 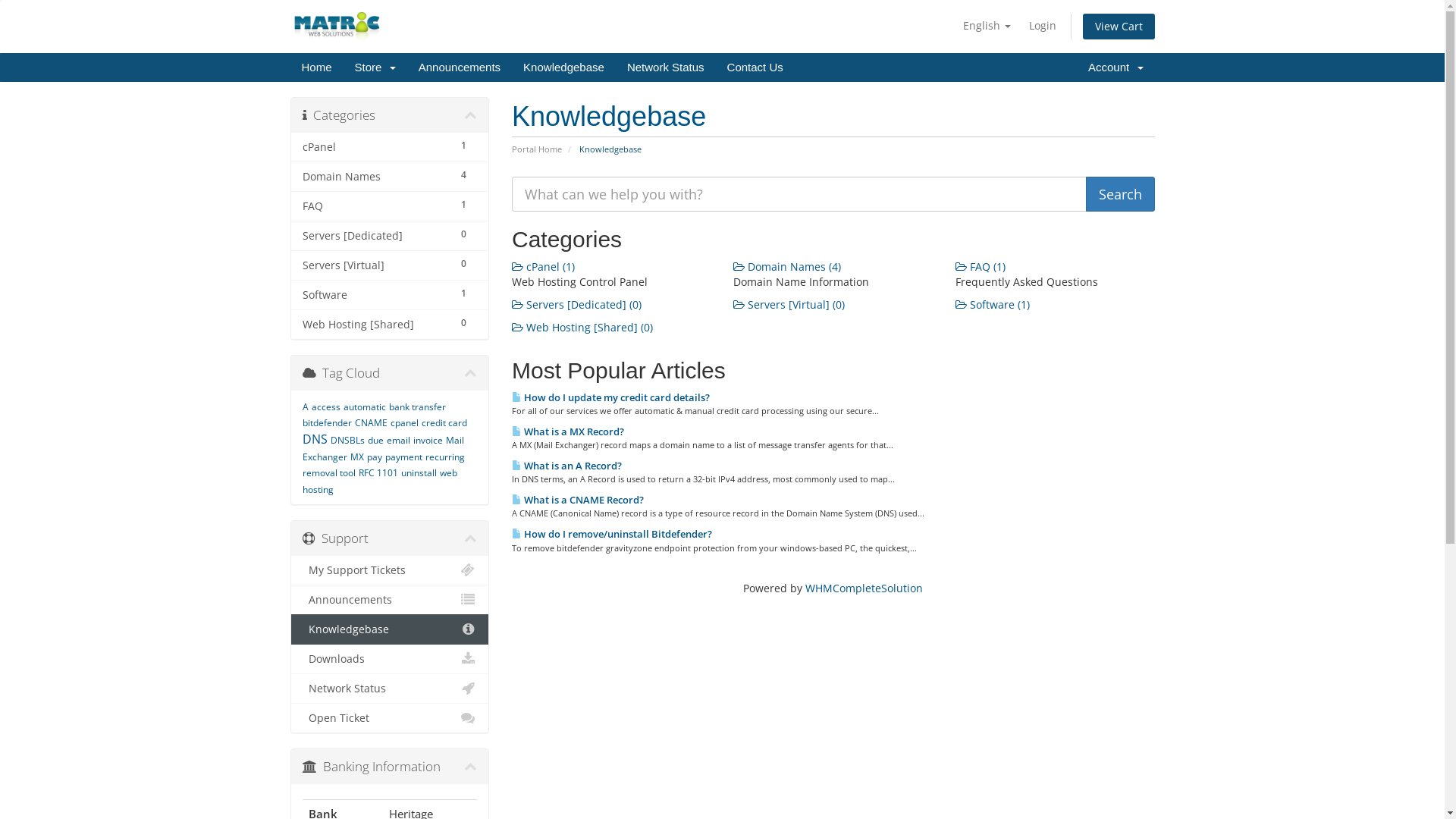 I want to click on 'Login', so click(x=1040, y=26).